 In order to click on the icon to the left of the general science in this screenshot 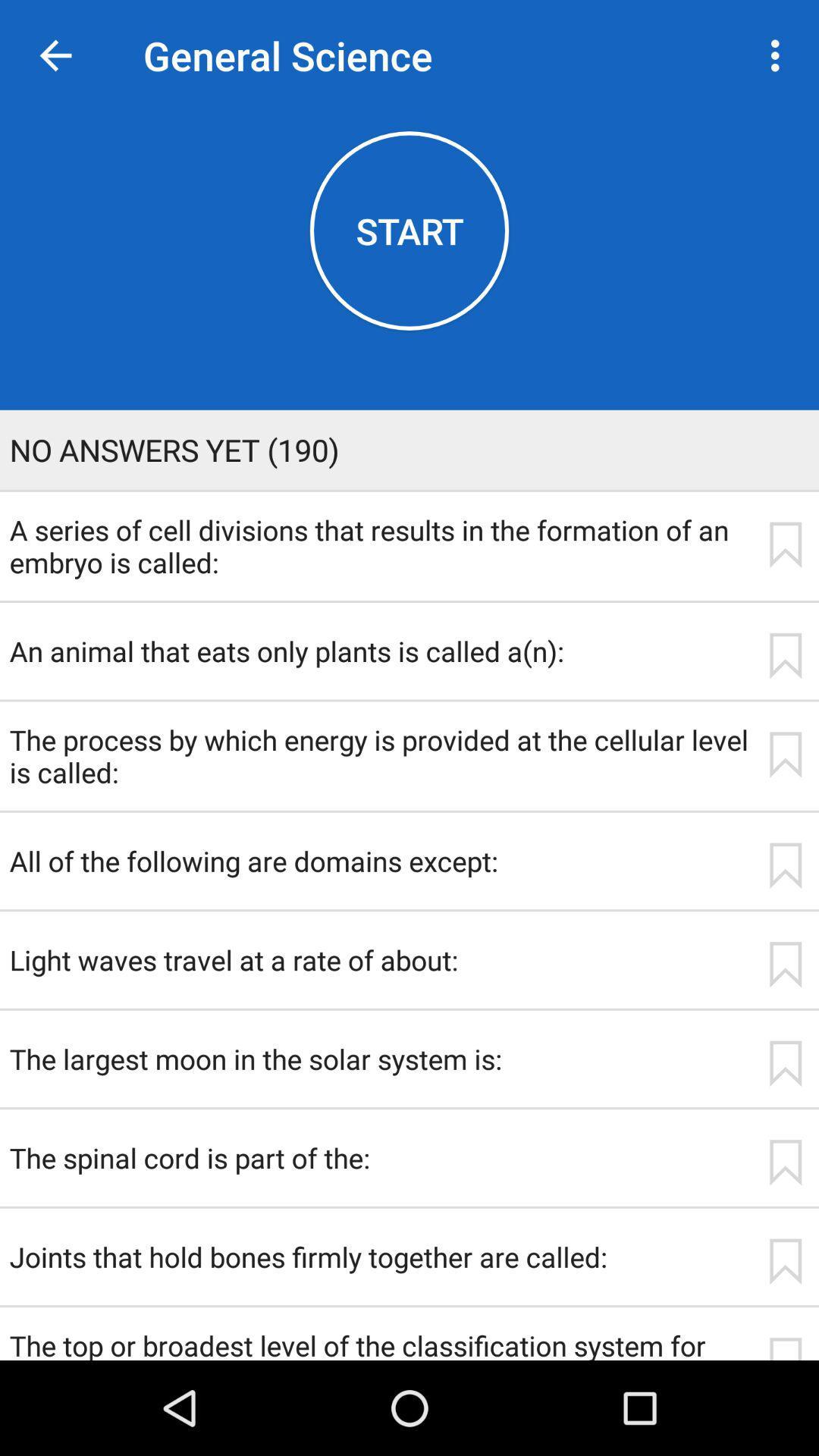, I will do `click(55, 55)`.